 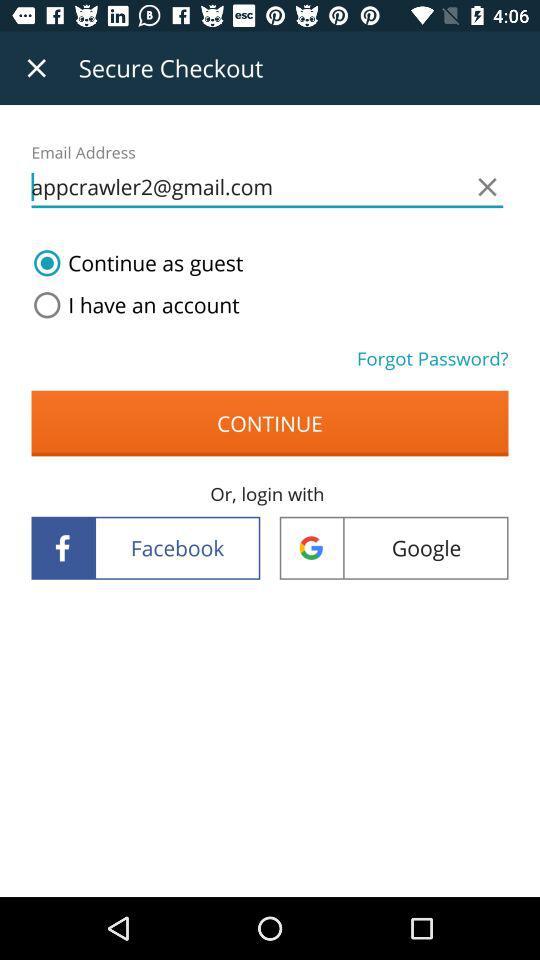 What do you see at coordinates (431, 358) in the screenshot?
I see `icon next to i have an icon` at bounding box center [431, 358].